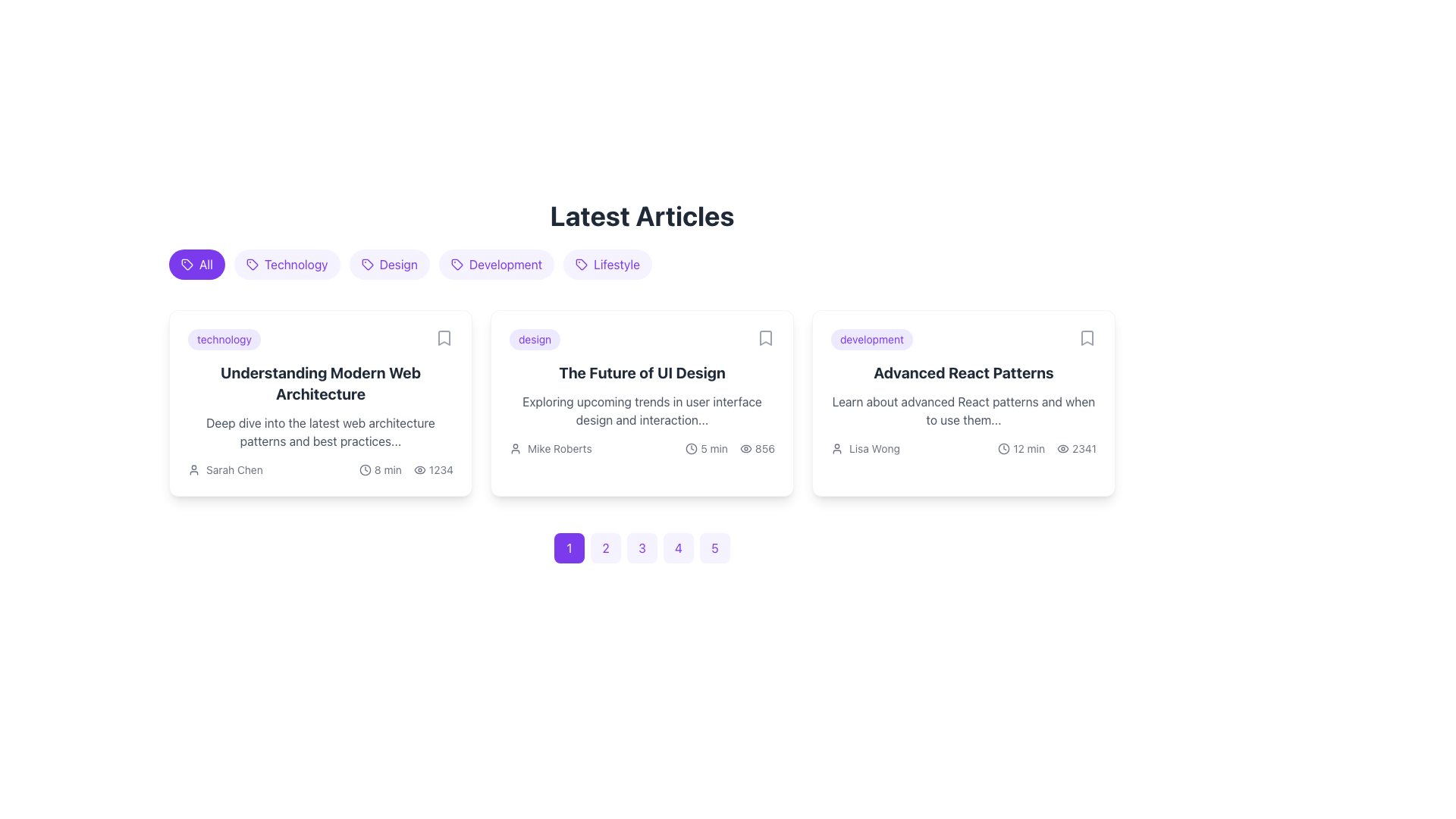 This screenshot has width=1456, height=819. What do you see at coordinates (419, 469) in the screenshot?
I see `the visibility icon located in the first card under the 'Latest Articles' section, which is positioned to the left of the numeric value '1234'` at bounding box center [419, 469].